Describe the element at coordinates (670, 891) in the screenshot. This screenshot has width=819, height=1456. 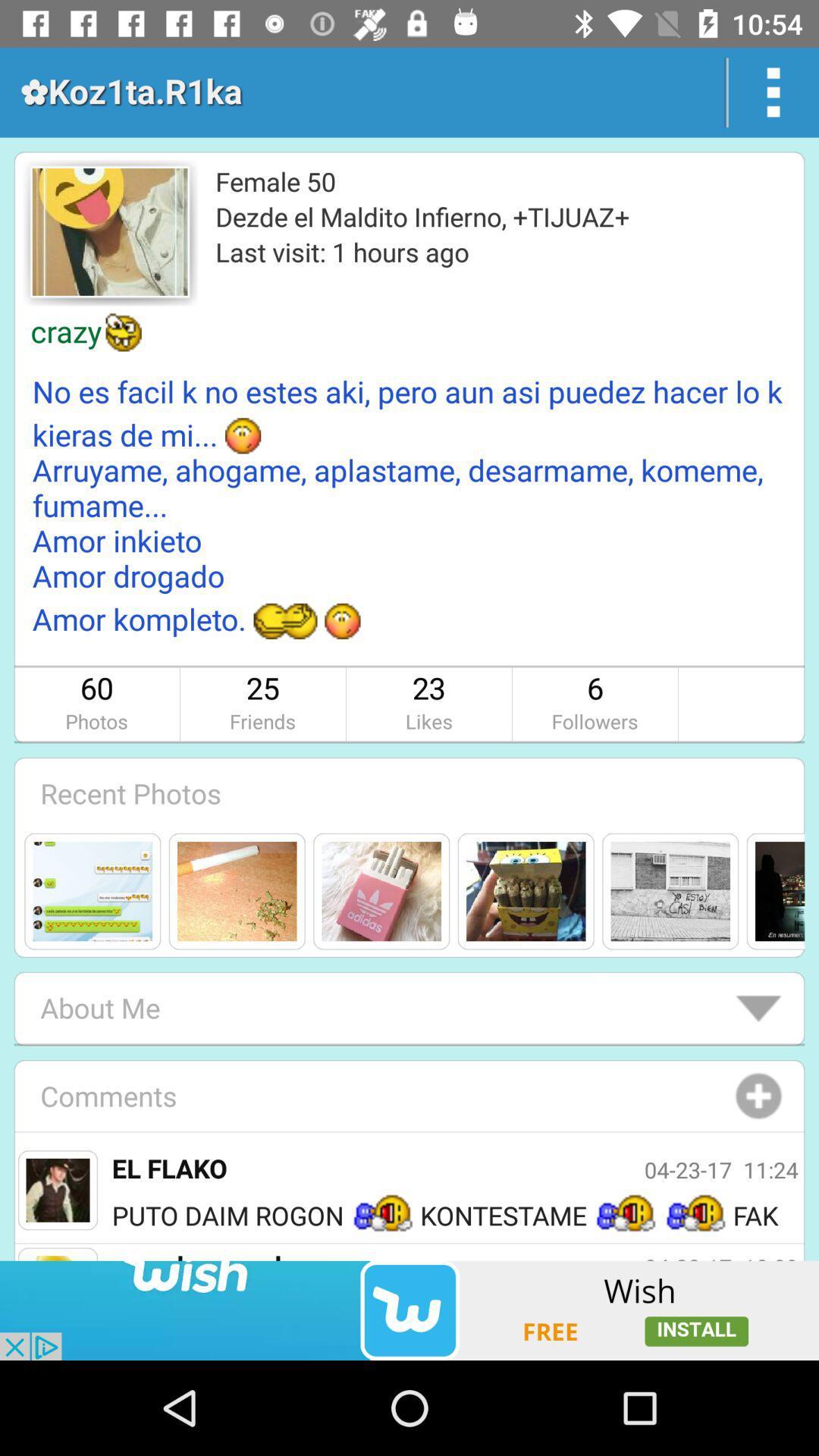
I see `the fifth image below the recent photos` at that location.